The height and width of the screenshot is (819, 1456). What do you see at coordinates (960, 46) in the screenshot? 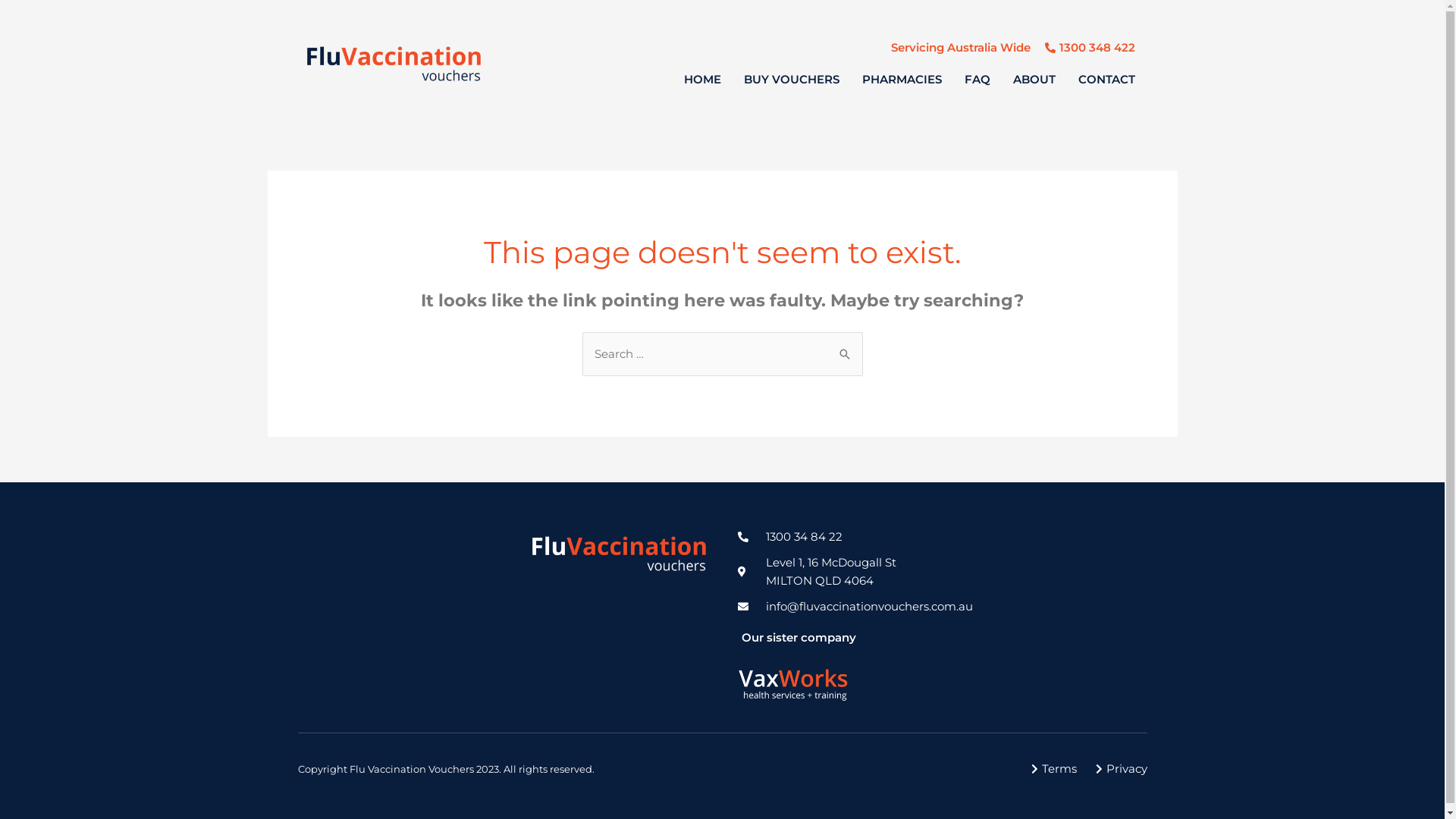
I see `'Servicing Australia Wide'` at bounding box center [960, 46].